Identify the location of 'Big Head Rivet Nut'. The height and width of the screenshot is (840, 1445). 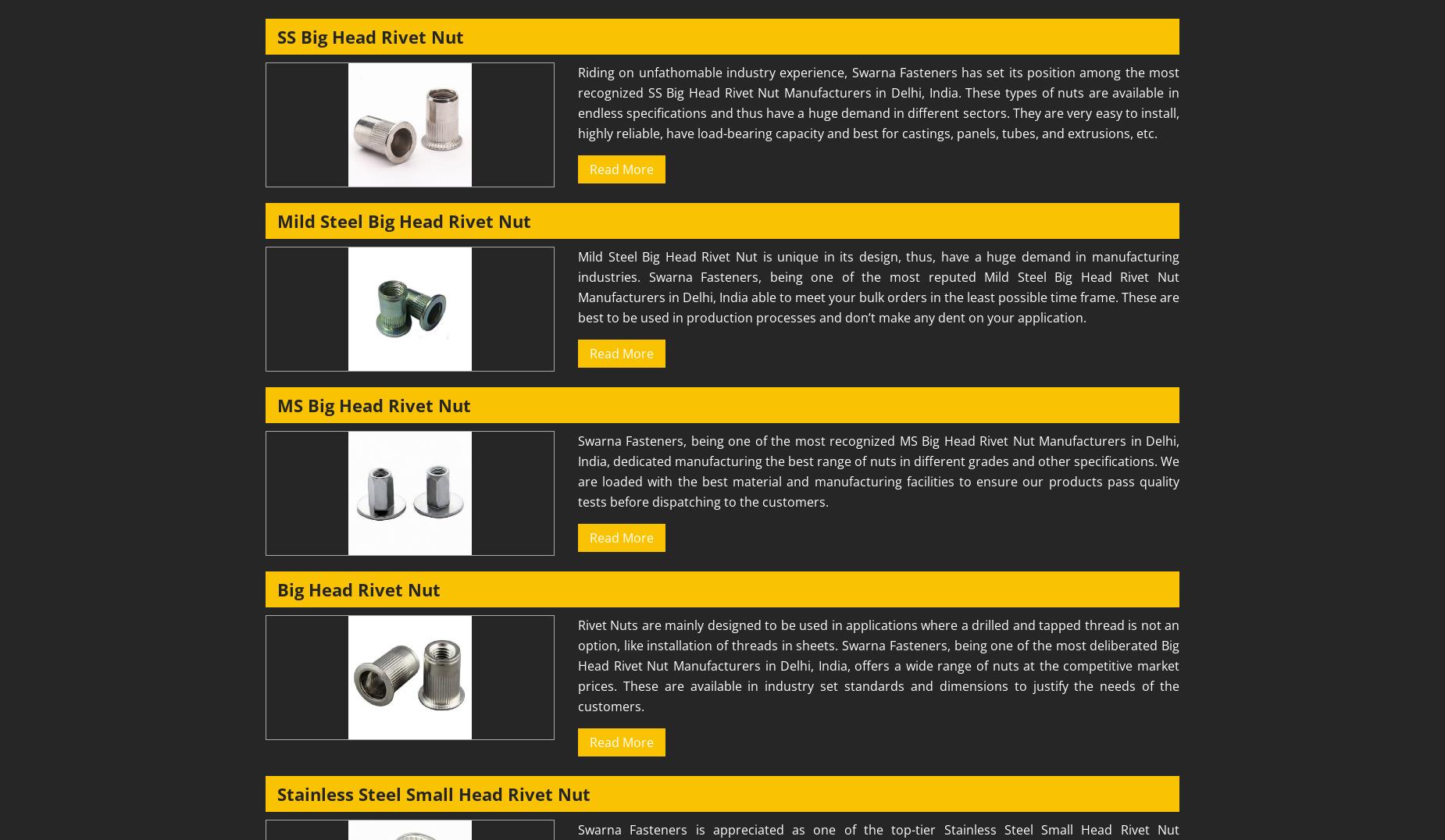
(277, 589).